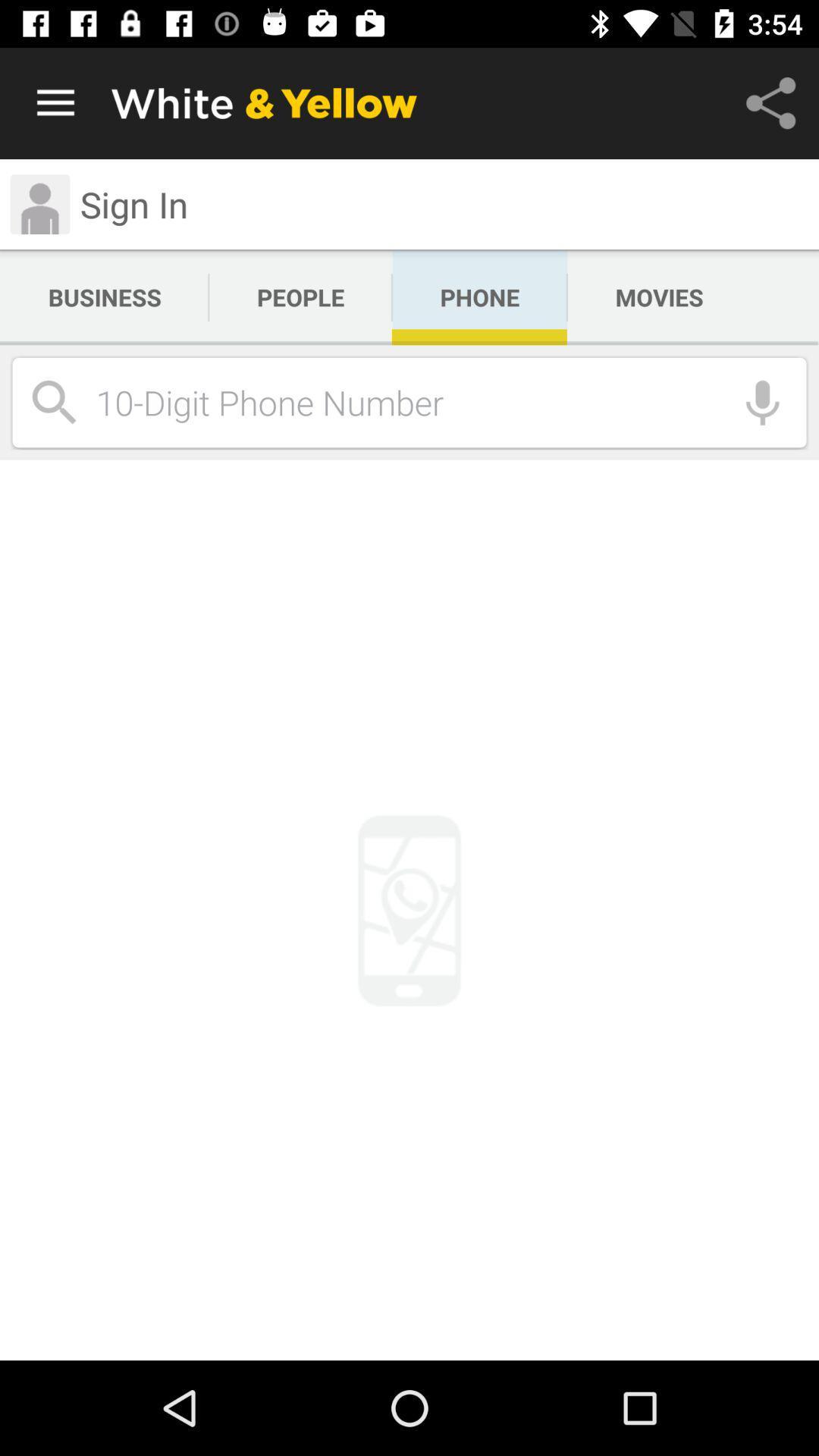  I want to click on the microphone icon, so click(762, 403).